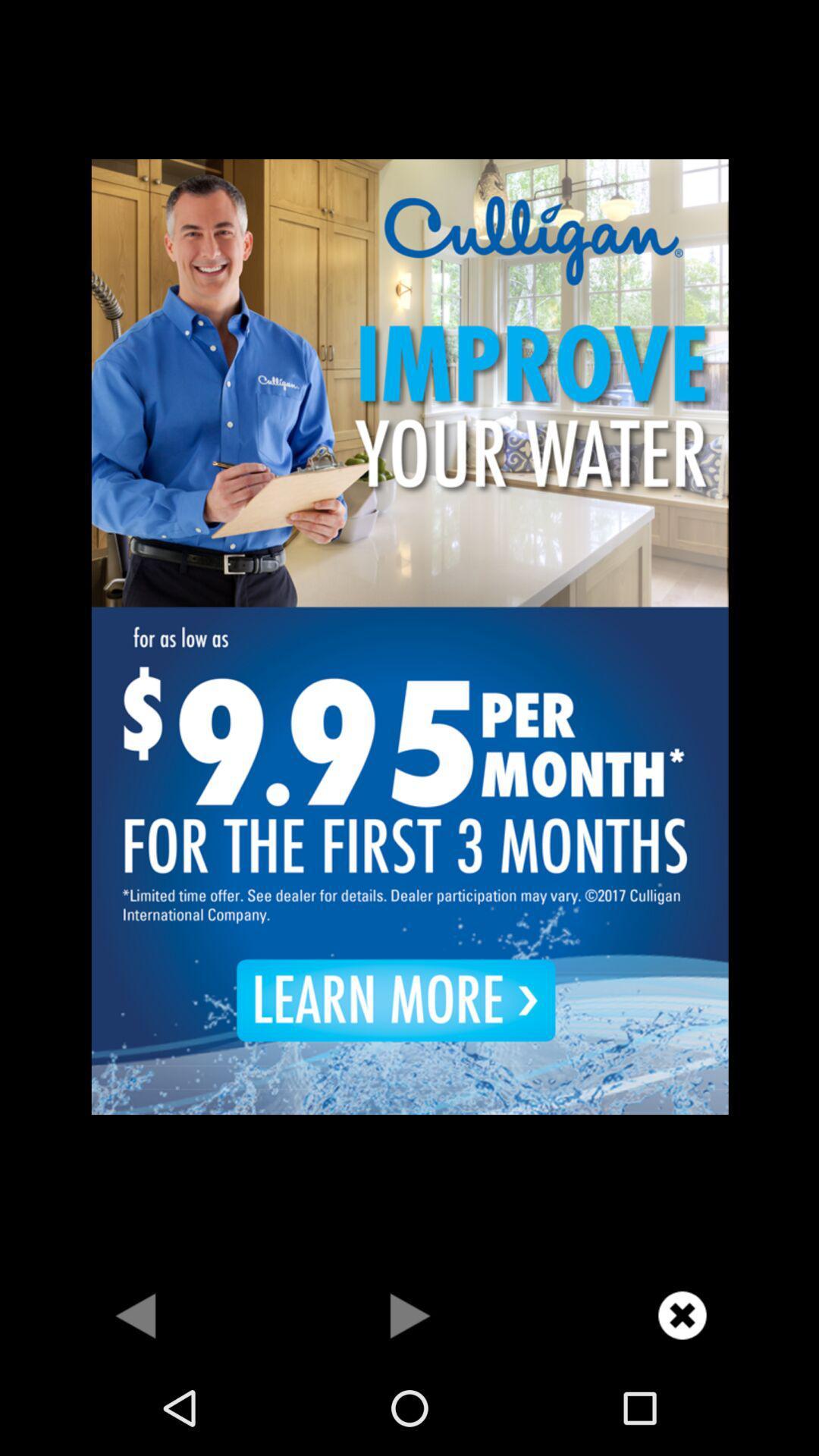 The height and width of the screenshot is (1456, 819). What do you see at coordinates (136, 1314) in the screenshot?
I see `back the page` at bounding box center [136, 1314].